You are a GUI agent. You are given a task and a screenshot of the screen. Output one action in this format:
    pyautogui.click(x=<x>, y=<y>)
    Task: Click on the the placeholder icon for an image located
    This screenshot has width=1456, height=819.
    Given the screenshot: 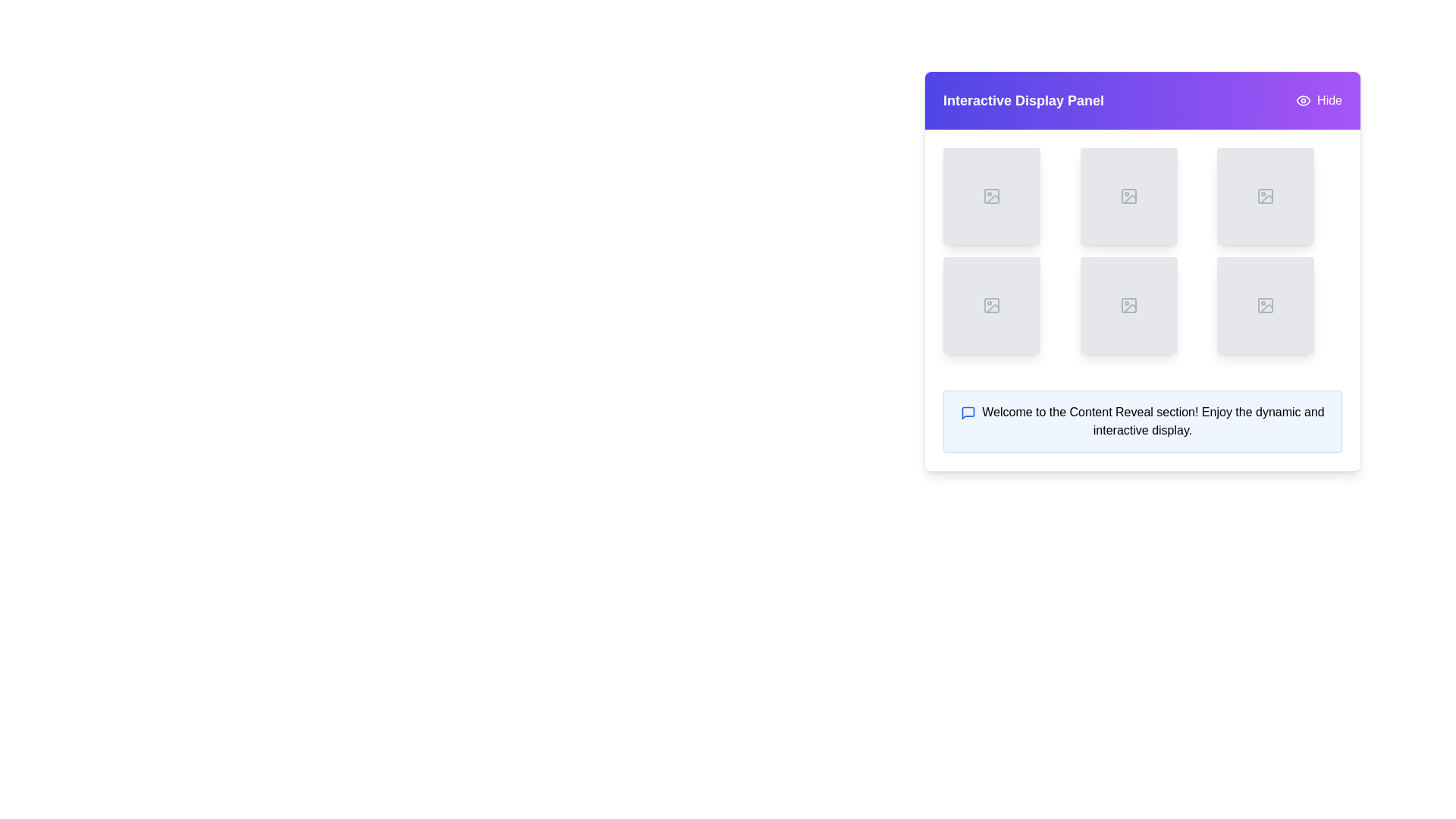 What is the action you would take?
    pyautogui.click(x=1128, y=195)
    